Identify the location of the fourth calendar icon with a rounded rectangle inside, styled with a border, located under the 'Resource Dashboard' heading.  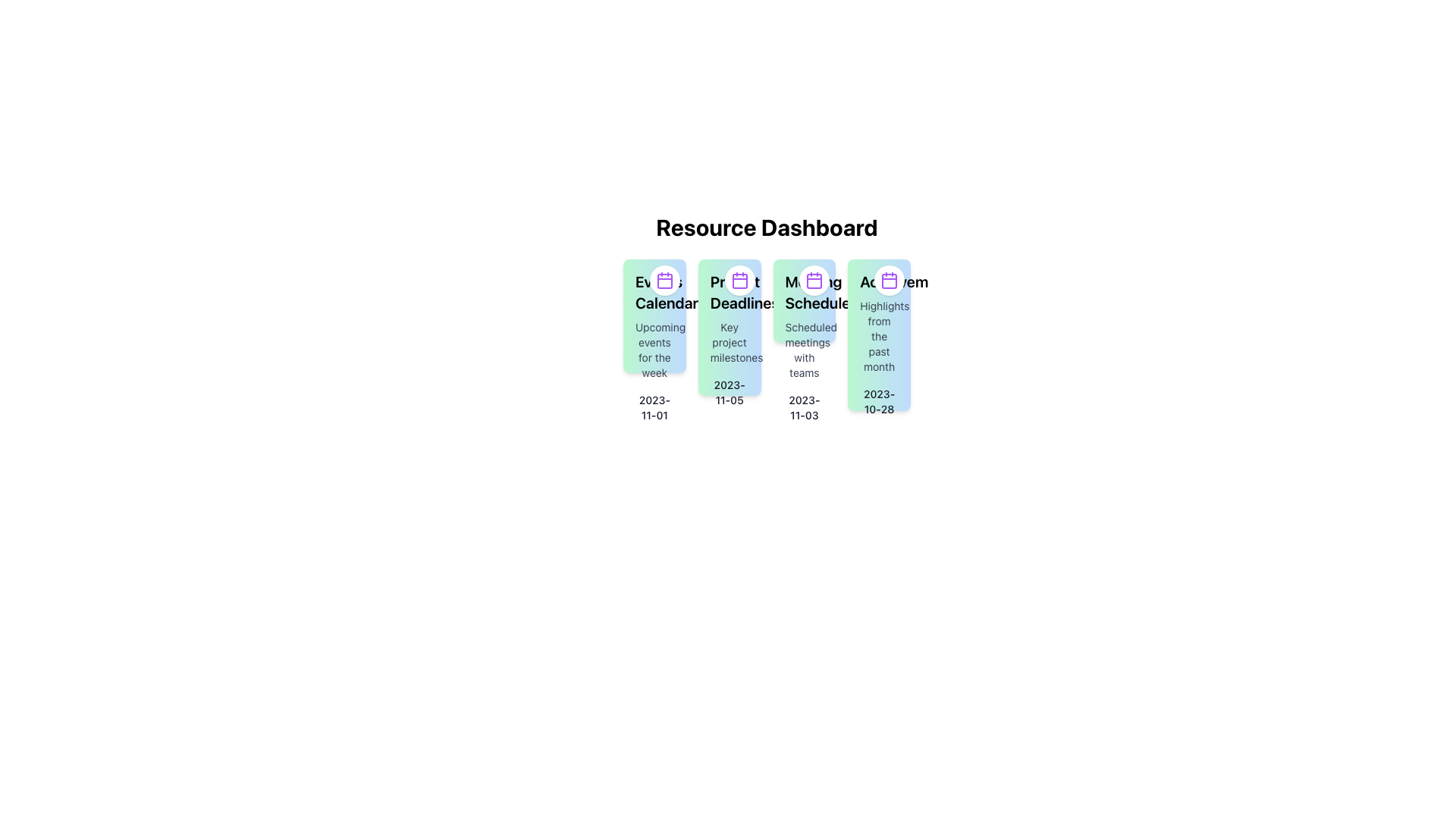
(889, 281).